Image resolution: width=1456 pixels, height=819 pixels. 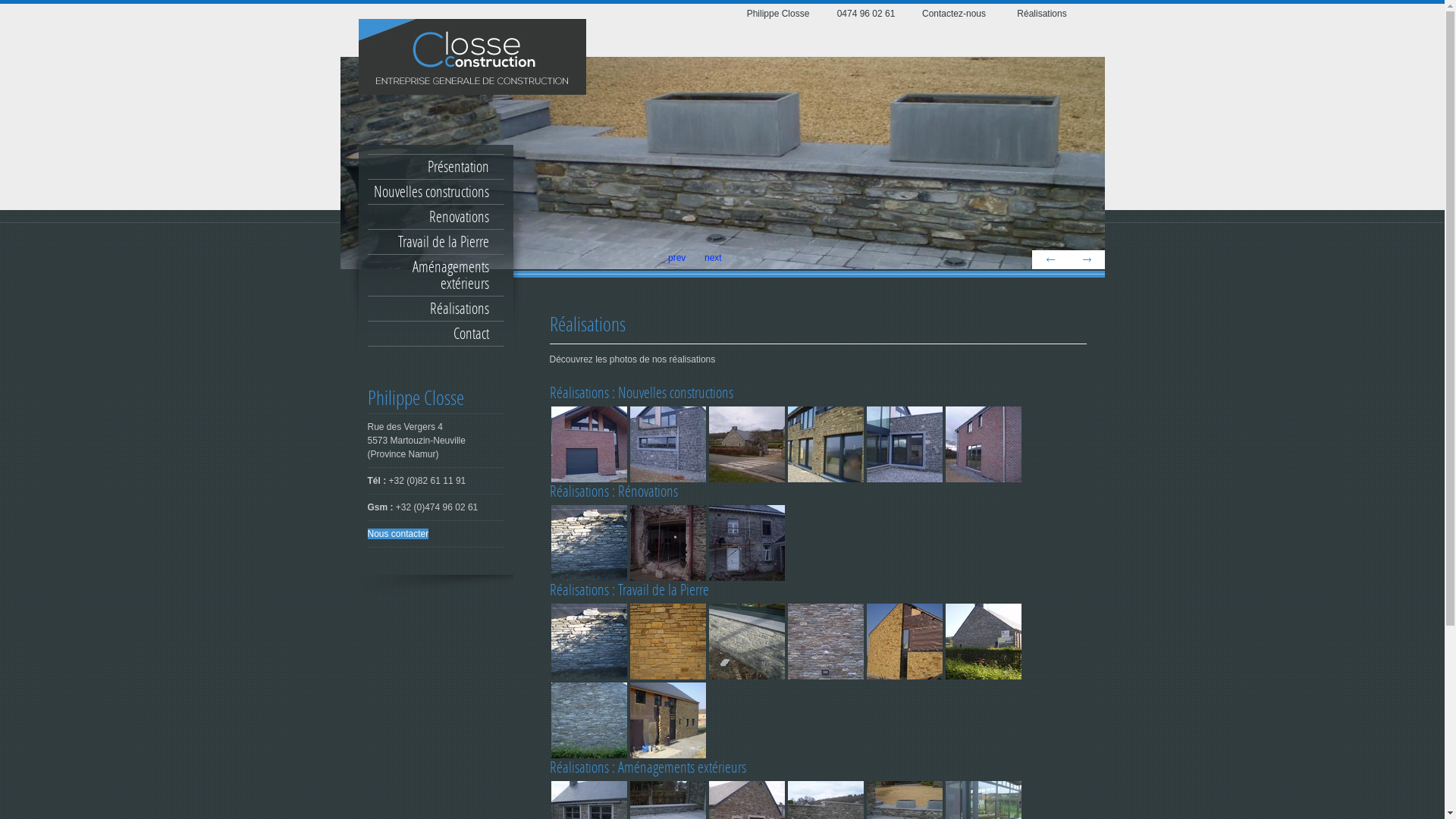 What do you see at coordinates (588, 641) in the screenshot?
I see `'OLYMPUS DIGITAL CAMERA         '` at bounding box center [588, 641].